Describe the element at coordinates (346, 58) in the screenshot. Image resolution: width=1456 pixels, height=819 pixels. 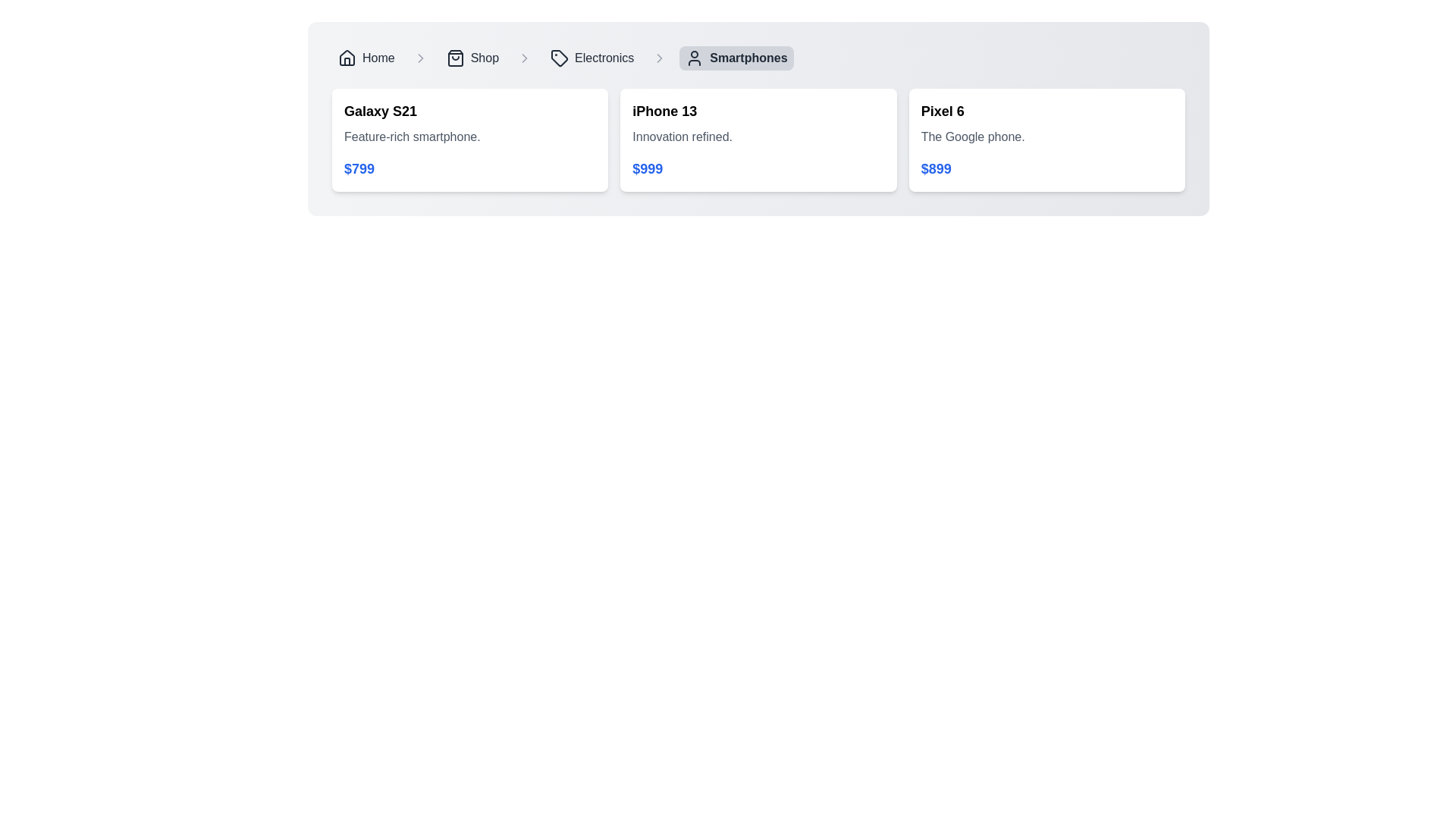
I see `the house icon located at the leftmost position in the navigation breadcrumb bar, which is styled in line-art format and precedes the text 'Home'` at that location.